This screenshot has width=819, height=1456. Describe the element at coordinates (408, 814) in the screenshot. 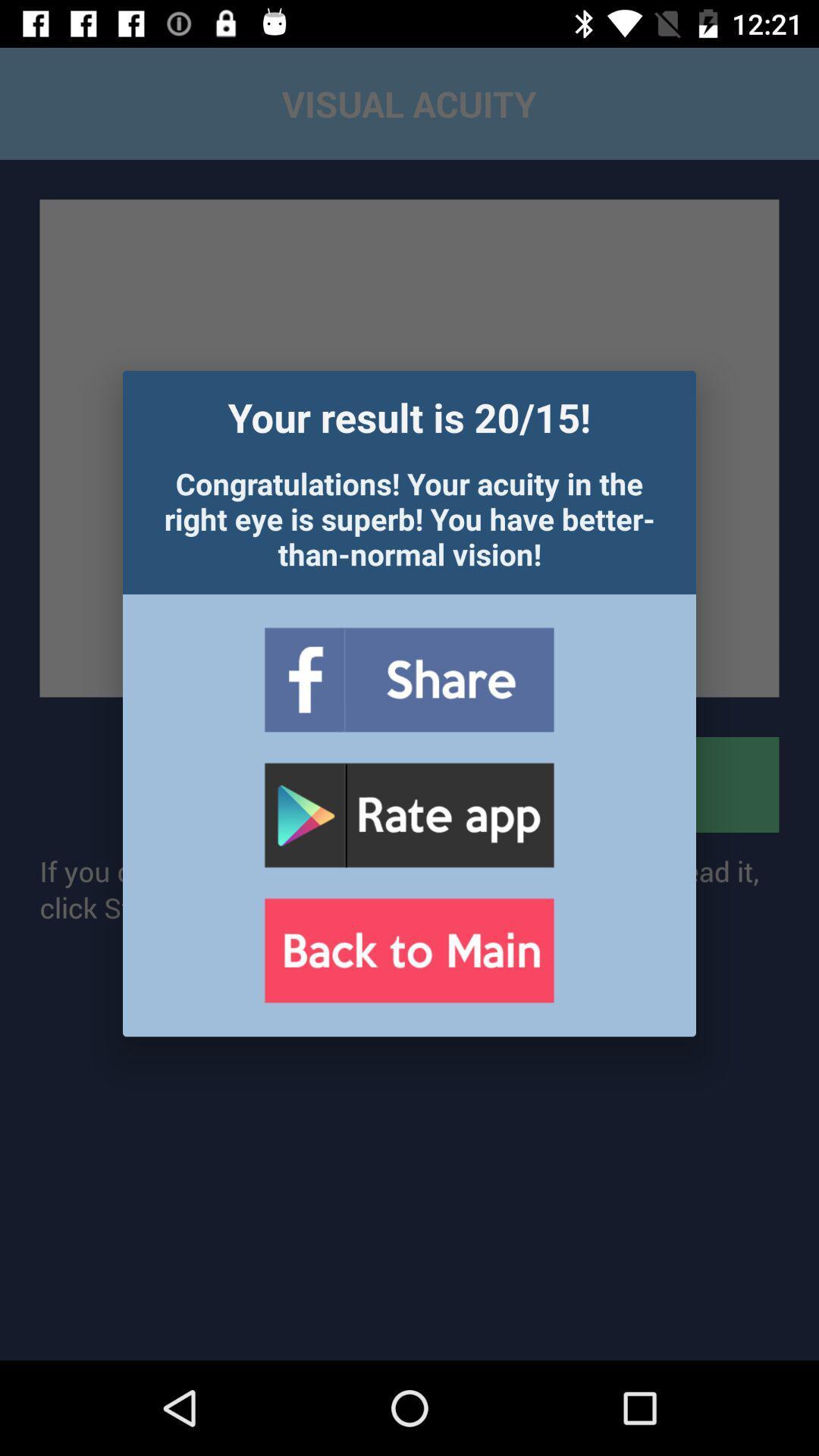

I see `rate app on play store` at that location.